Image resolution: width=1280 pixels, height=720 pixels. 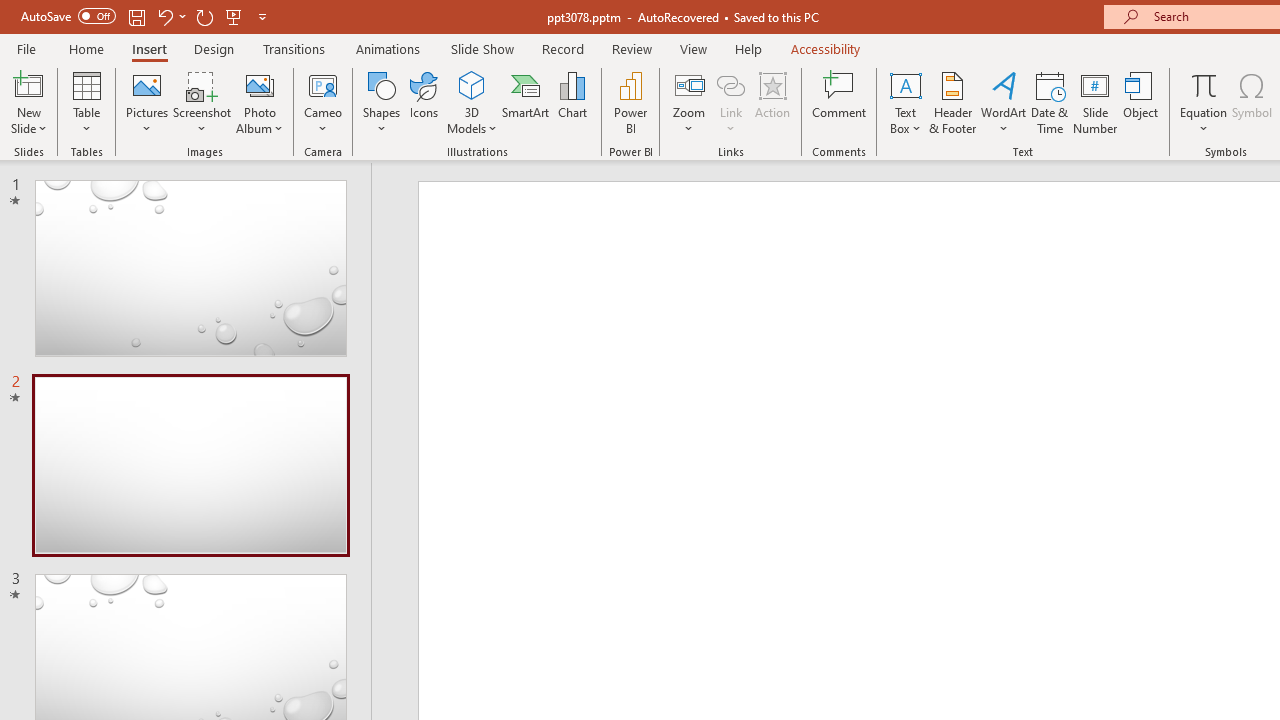 I want to click on 'Screenshot', so click(x=202, y=103).